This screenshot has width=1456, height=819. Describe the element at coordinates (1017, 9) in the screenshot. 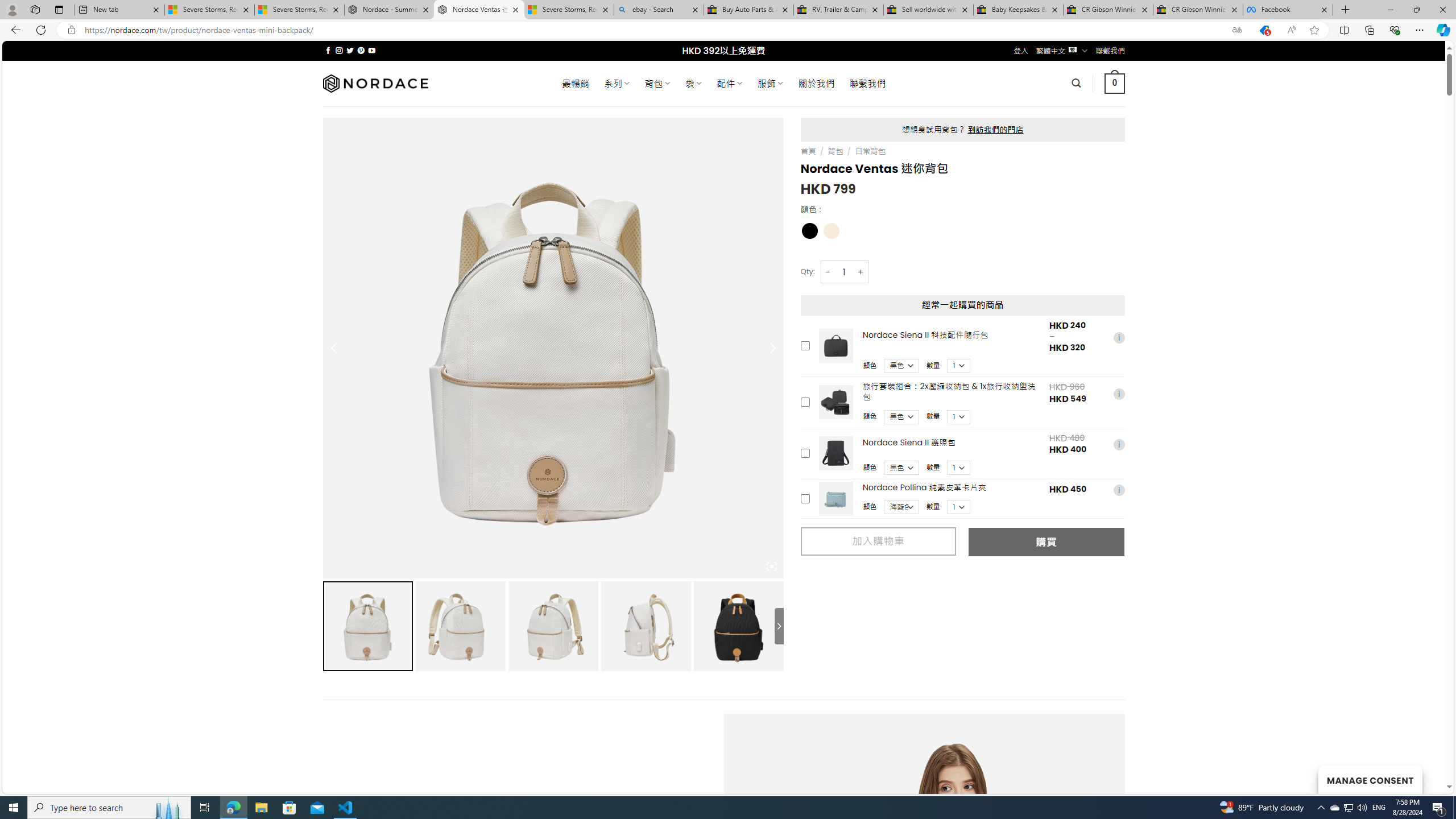

I see `'Baby Keepsakes & Announcements for sale | eBay'` at that location.